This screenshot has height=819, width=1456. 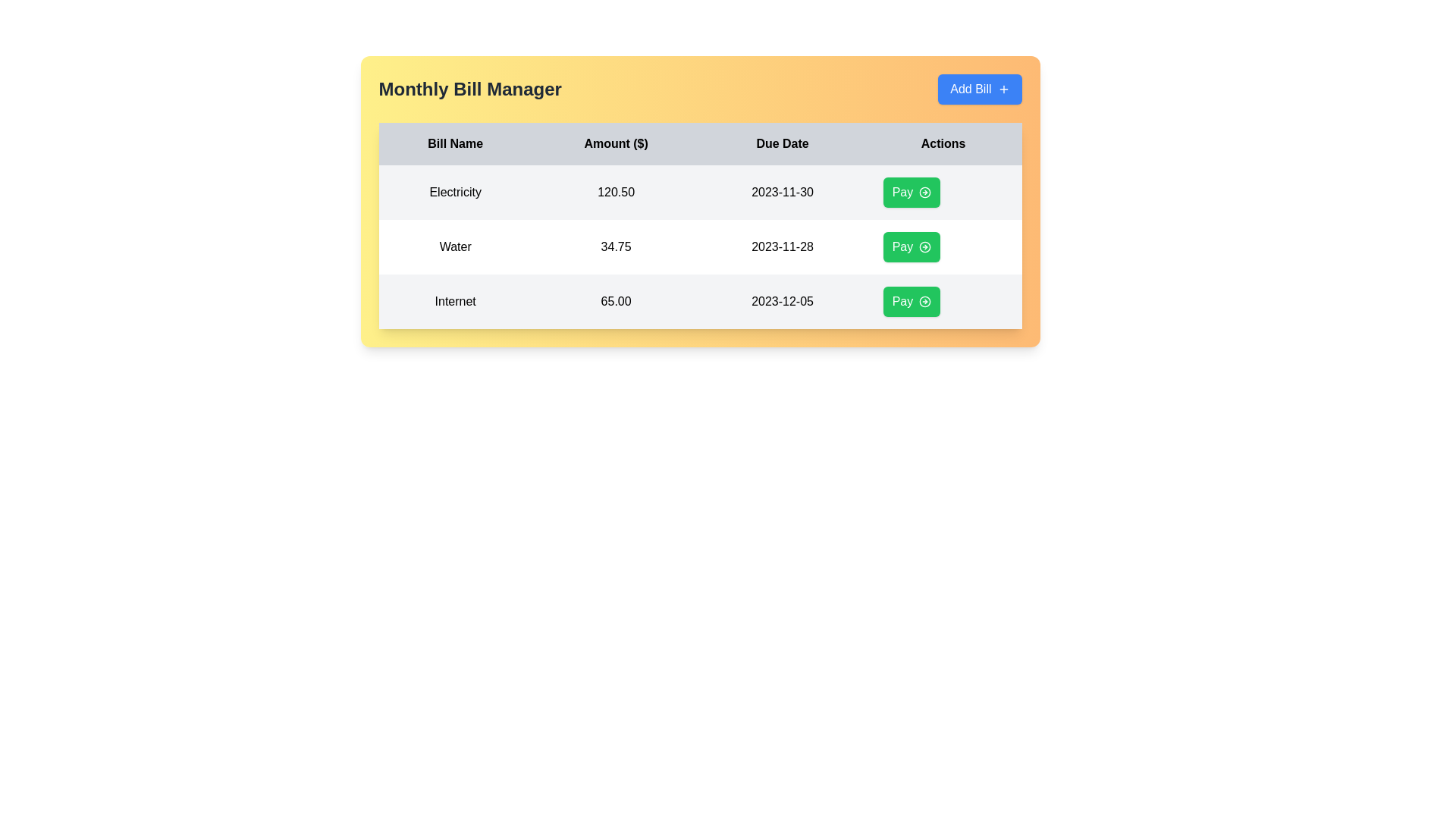 What do you see at coordinates (924, 246) in the screenshot?
I see `the SVG circle that is part of the rightward arrow icon in the 'Actions' column of the second row of the table representing the bill for 'Water'` at bounding box center [924, 246].